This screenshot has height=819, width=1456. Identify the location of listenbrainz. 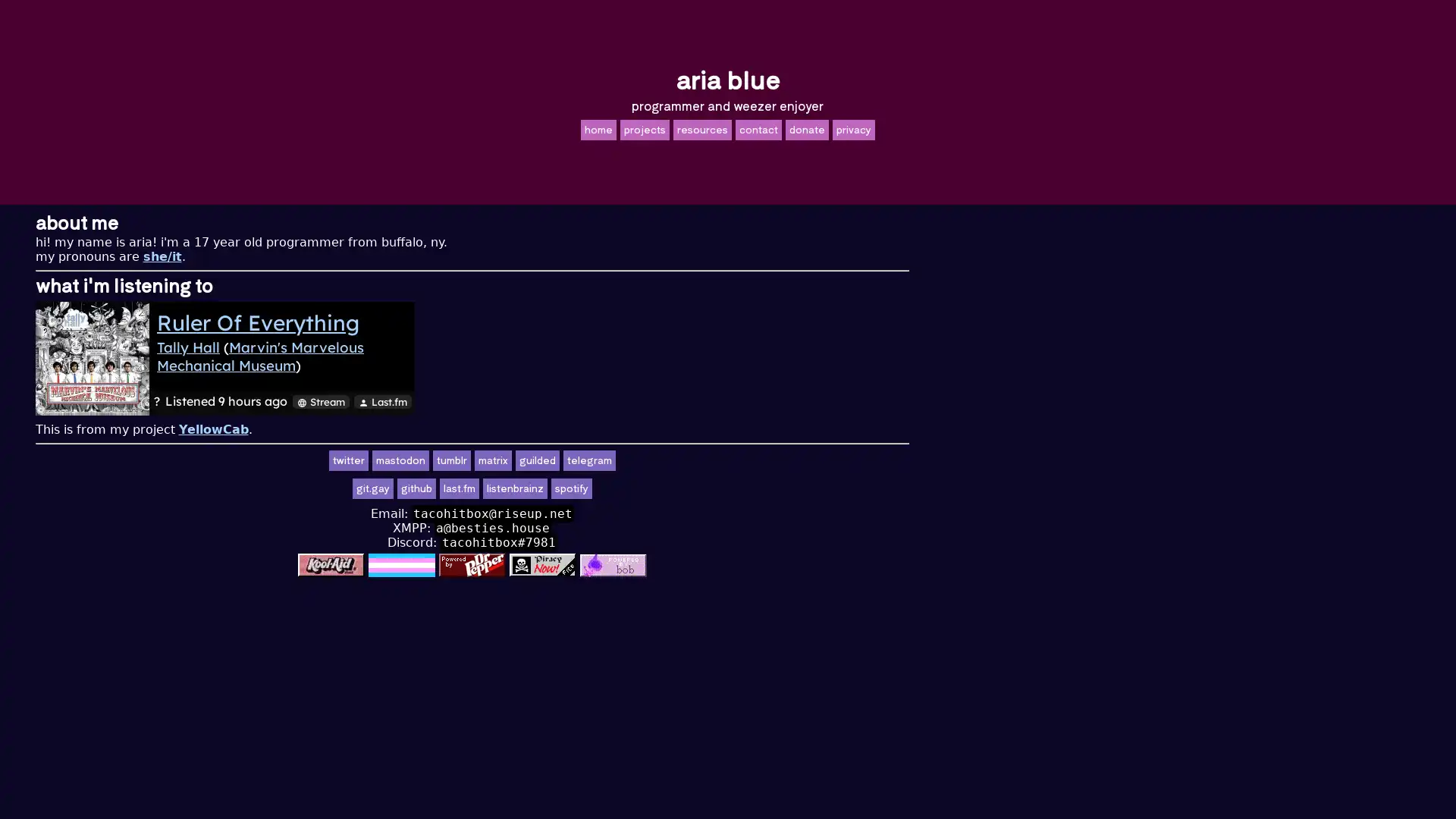
(770, 488).